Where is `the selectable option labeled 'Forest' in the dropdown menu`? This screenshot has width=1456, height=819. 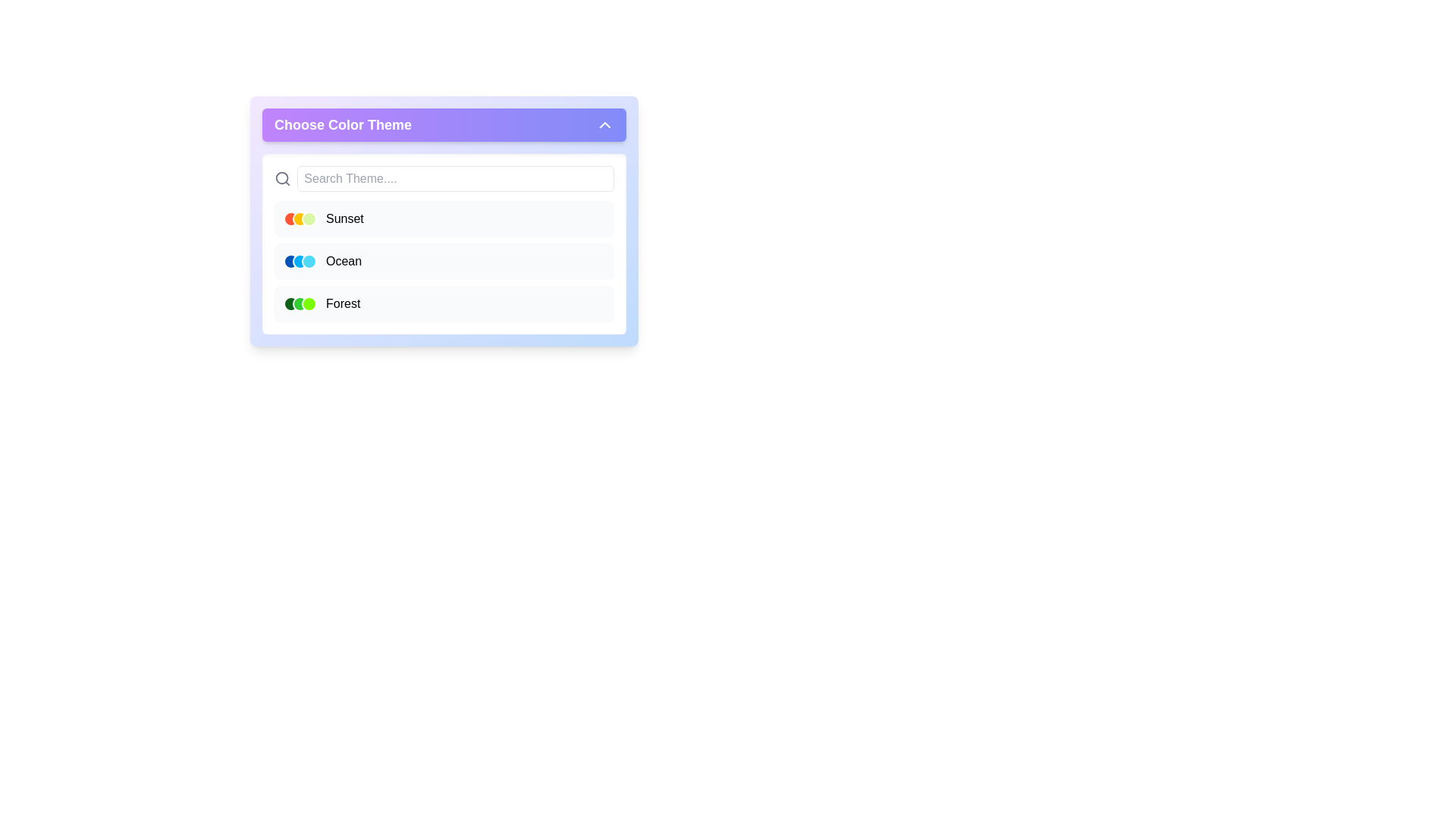 the selectable option labeled 'Forest' in the dropdown menu is located at coordinates (443, 304).